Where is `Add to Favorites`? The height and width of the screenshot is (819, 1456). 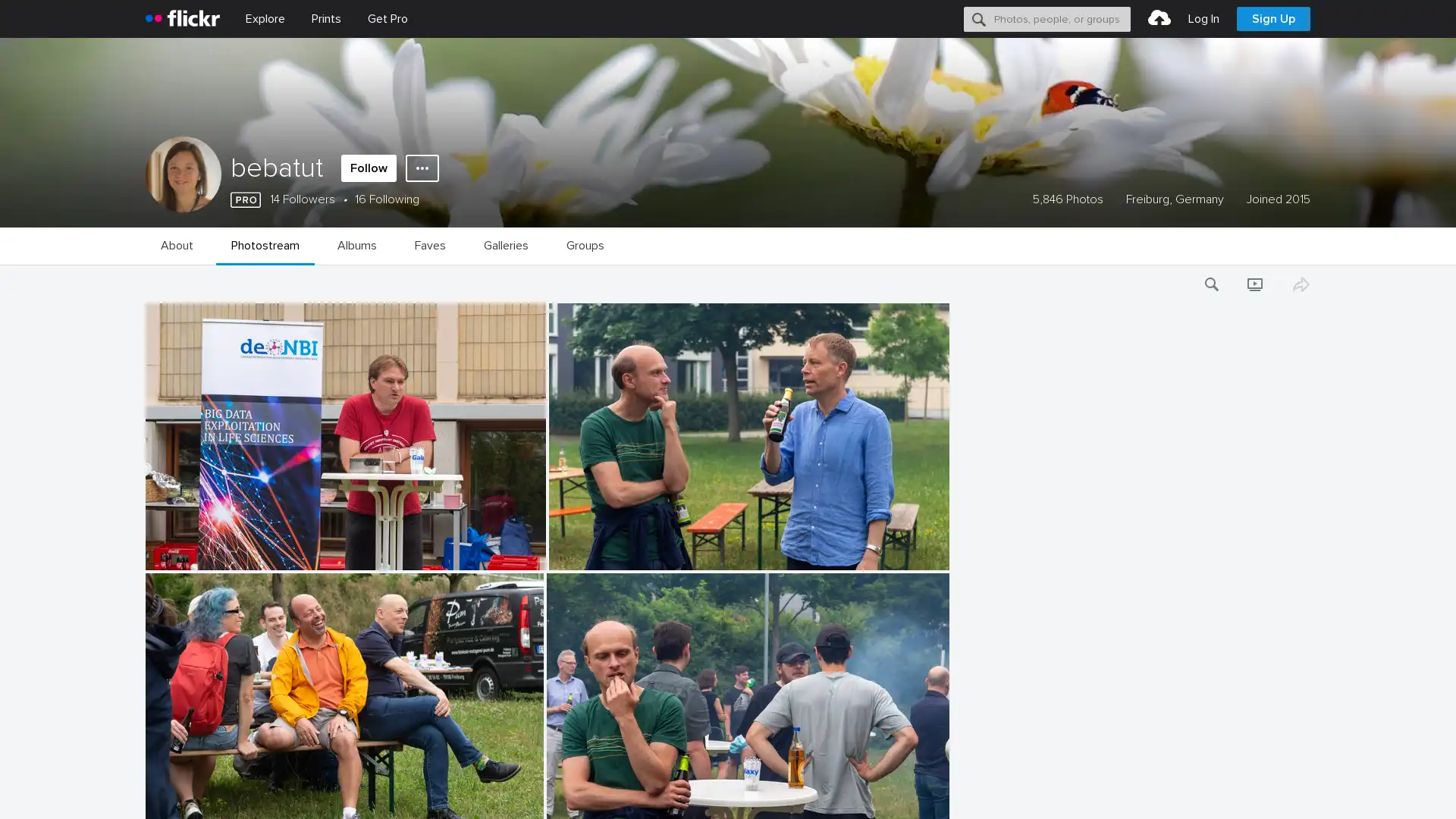
Add to Favorites is located at coordinates (887, 549).